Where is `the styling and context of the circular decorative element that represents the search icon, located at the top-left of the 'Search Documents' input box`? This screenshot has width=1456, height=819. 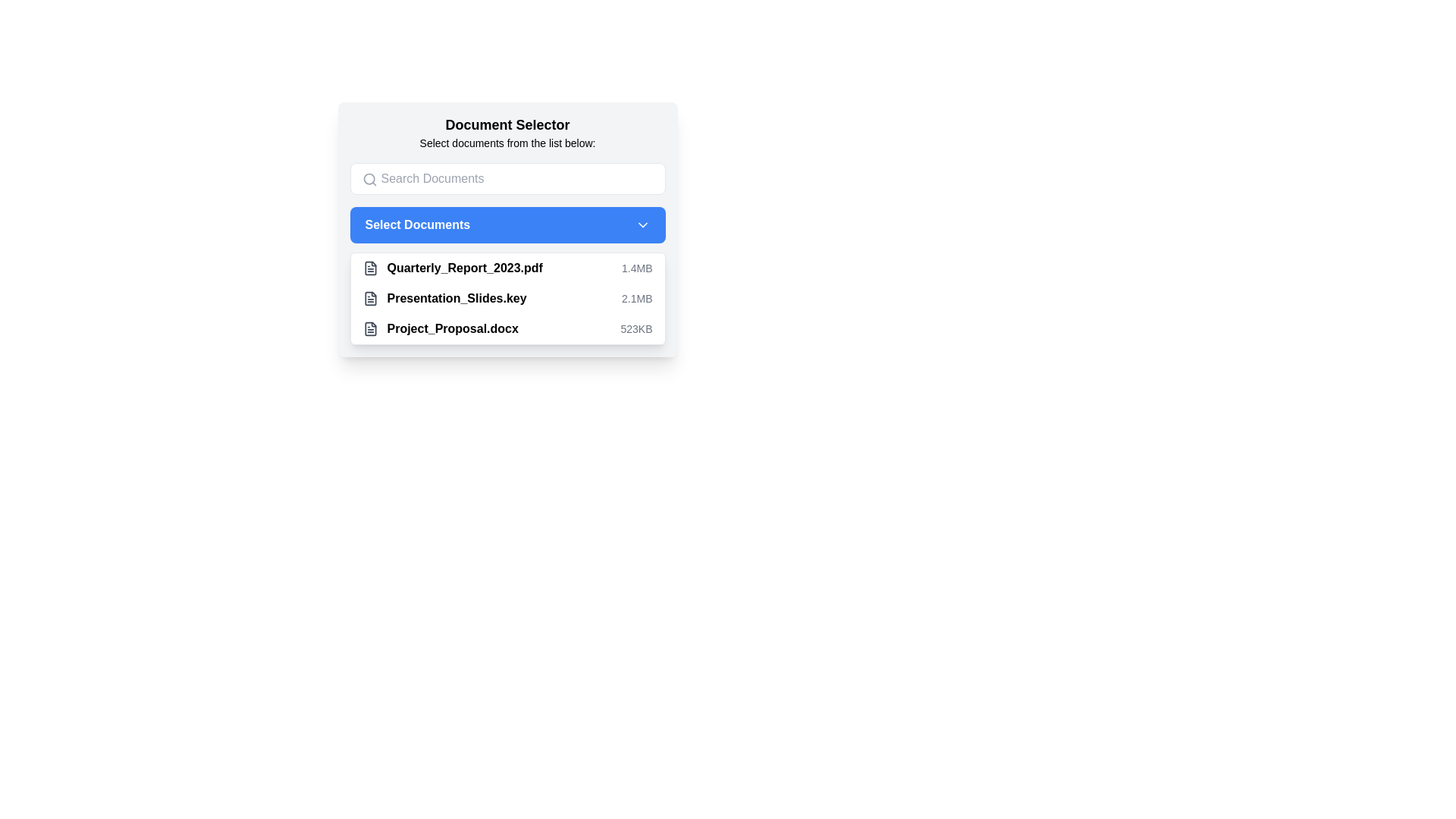 the styling and context of the circular decorative element that represents the search icon, located at the top-left of the 'Search Documents' input box is located at coordinates (369, 178).